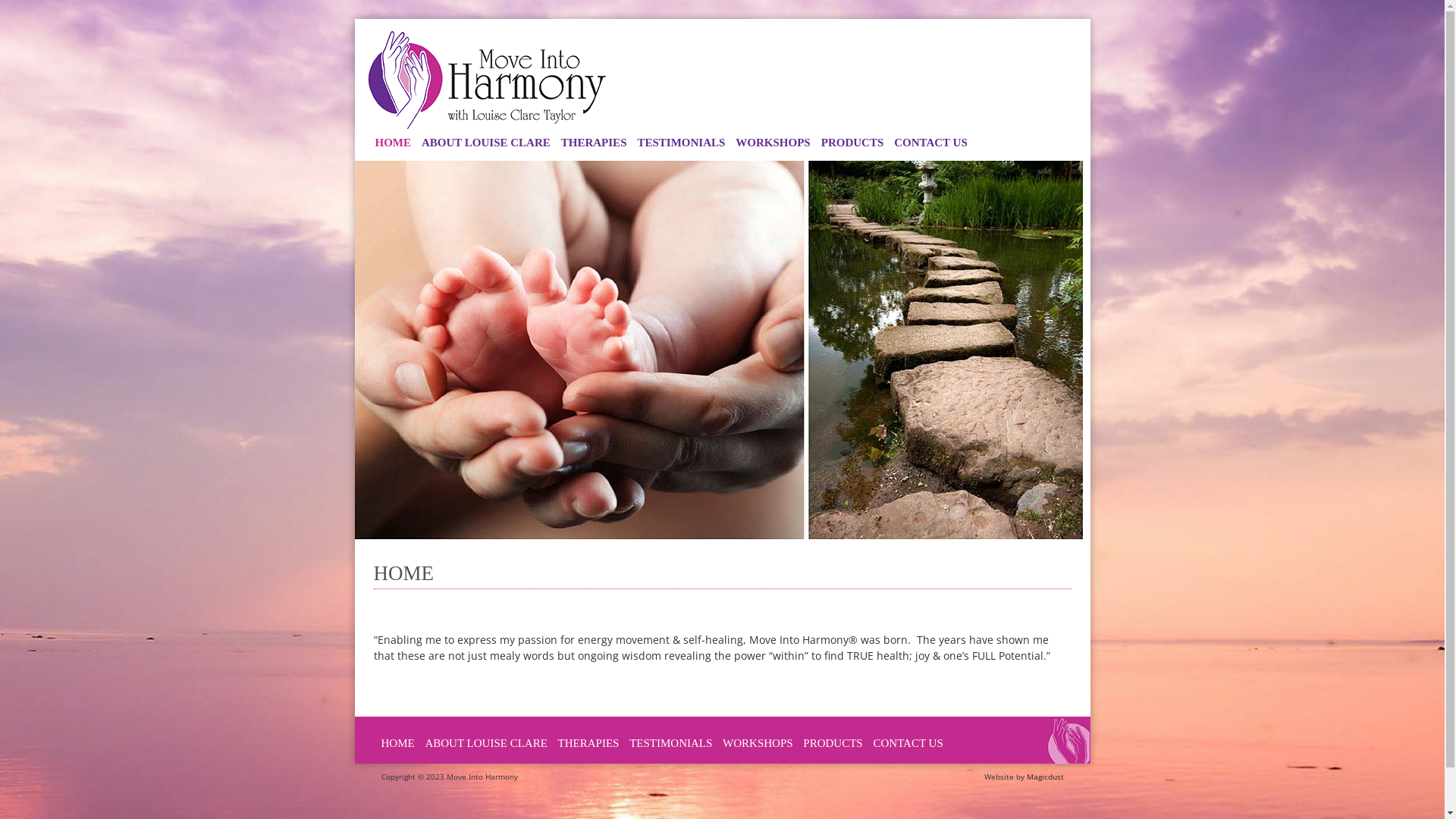 The width and height of the screenshot is (1456, 819). What do you see at coordinates (758, 742) in the screenshot?
I see `'WORKSHOPS'` at bounding box center [758, 742].